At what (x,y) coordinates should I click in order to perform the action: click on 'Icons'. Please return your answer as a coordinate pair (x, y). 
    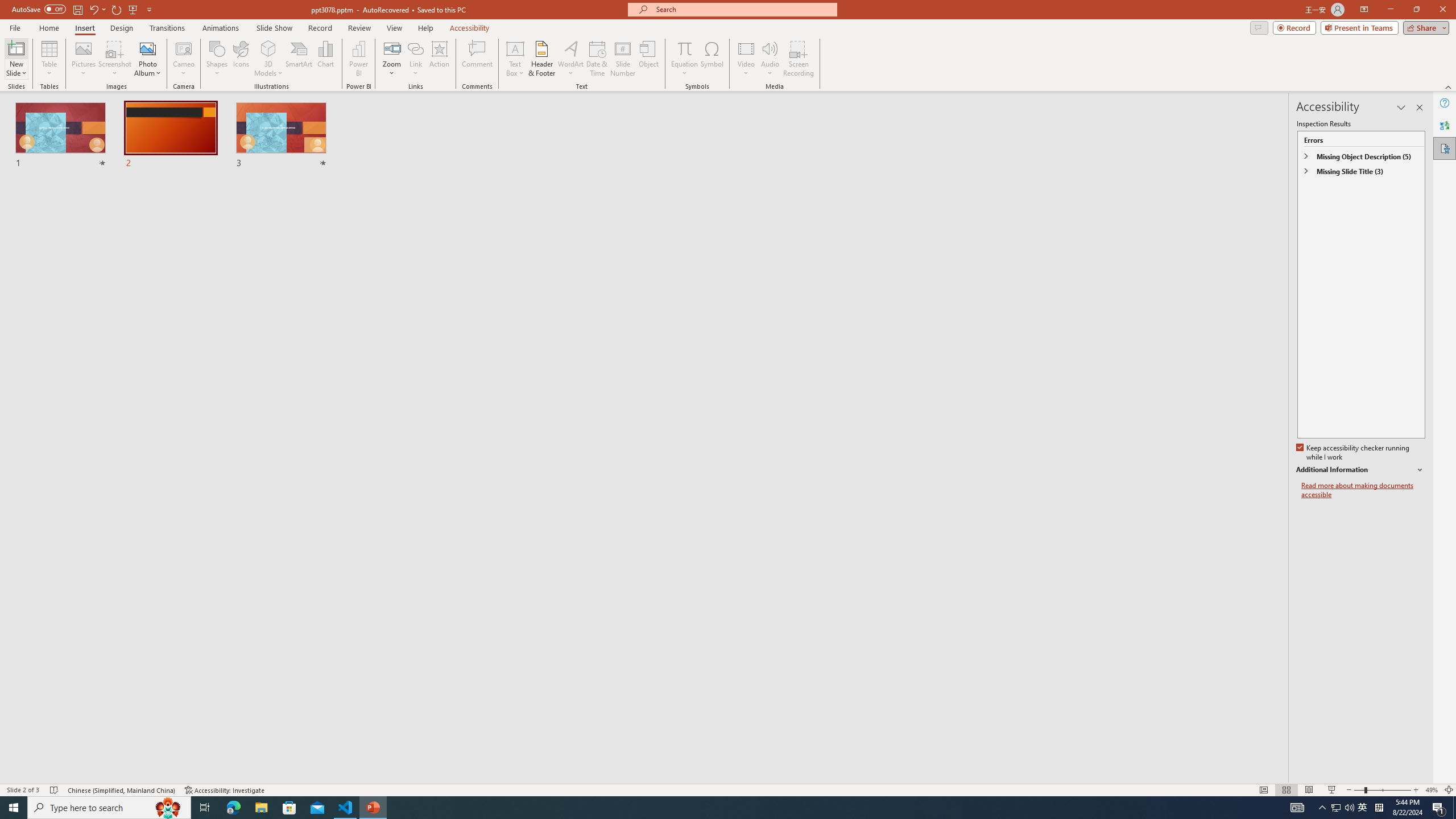
    Looking at the image, I should click on (241, 59).